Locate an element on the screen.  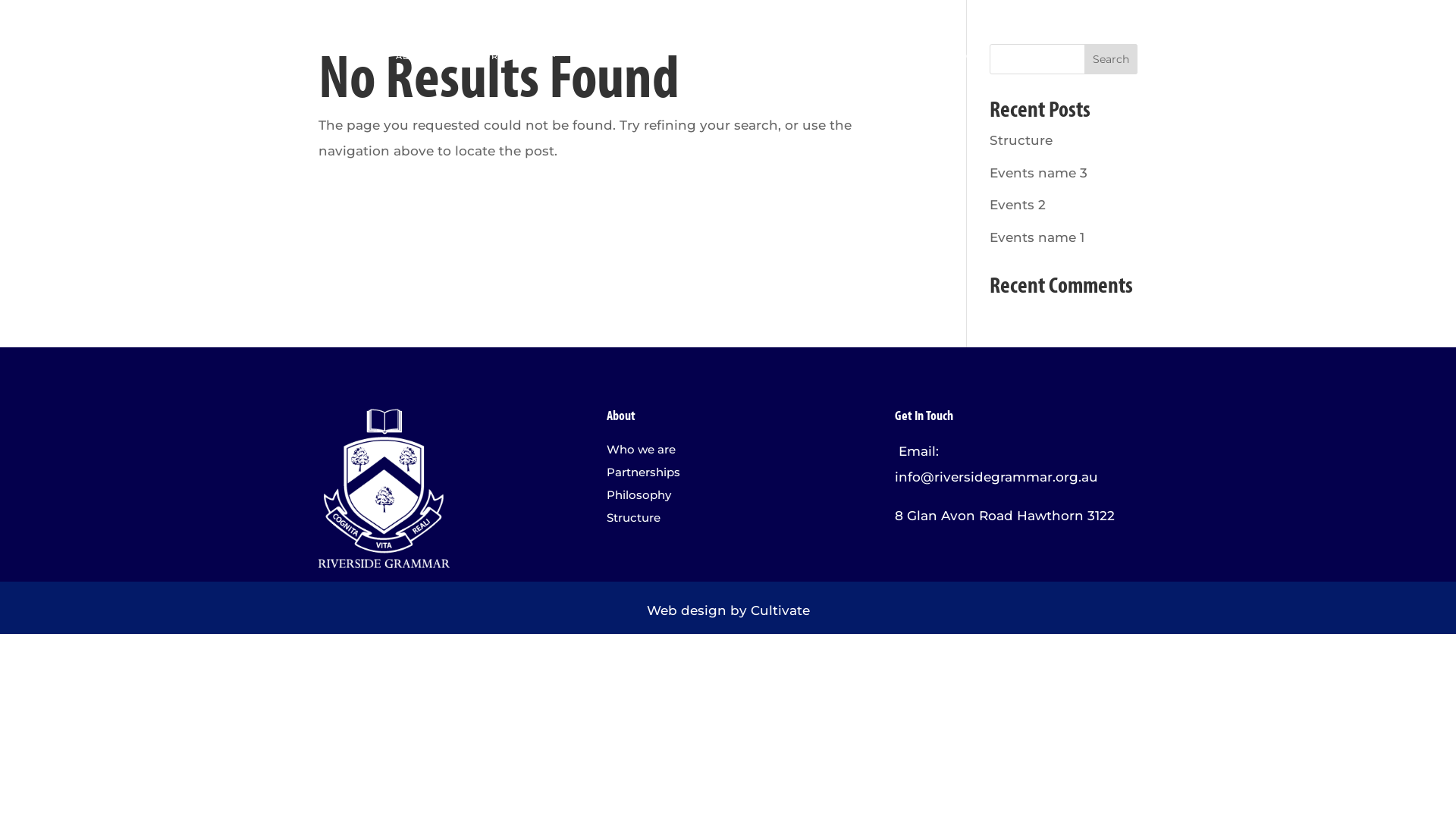
'Web design by Cultivate' is located at coordinates (726, 610).